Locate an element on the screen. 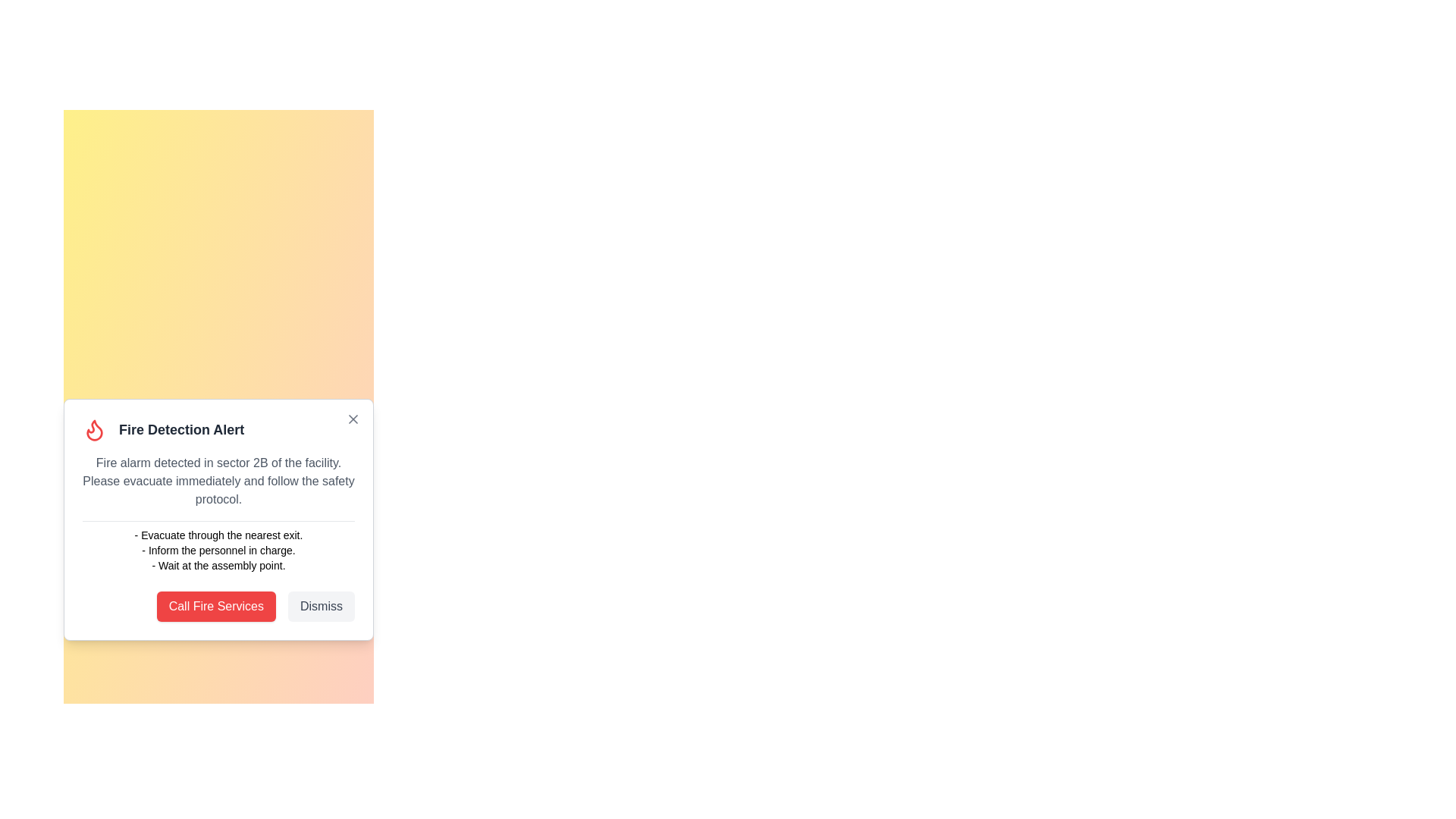  the 'Call Fire Services' button to trigger the action is located at coordinates (215, 604).